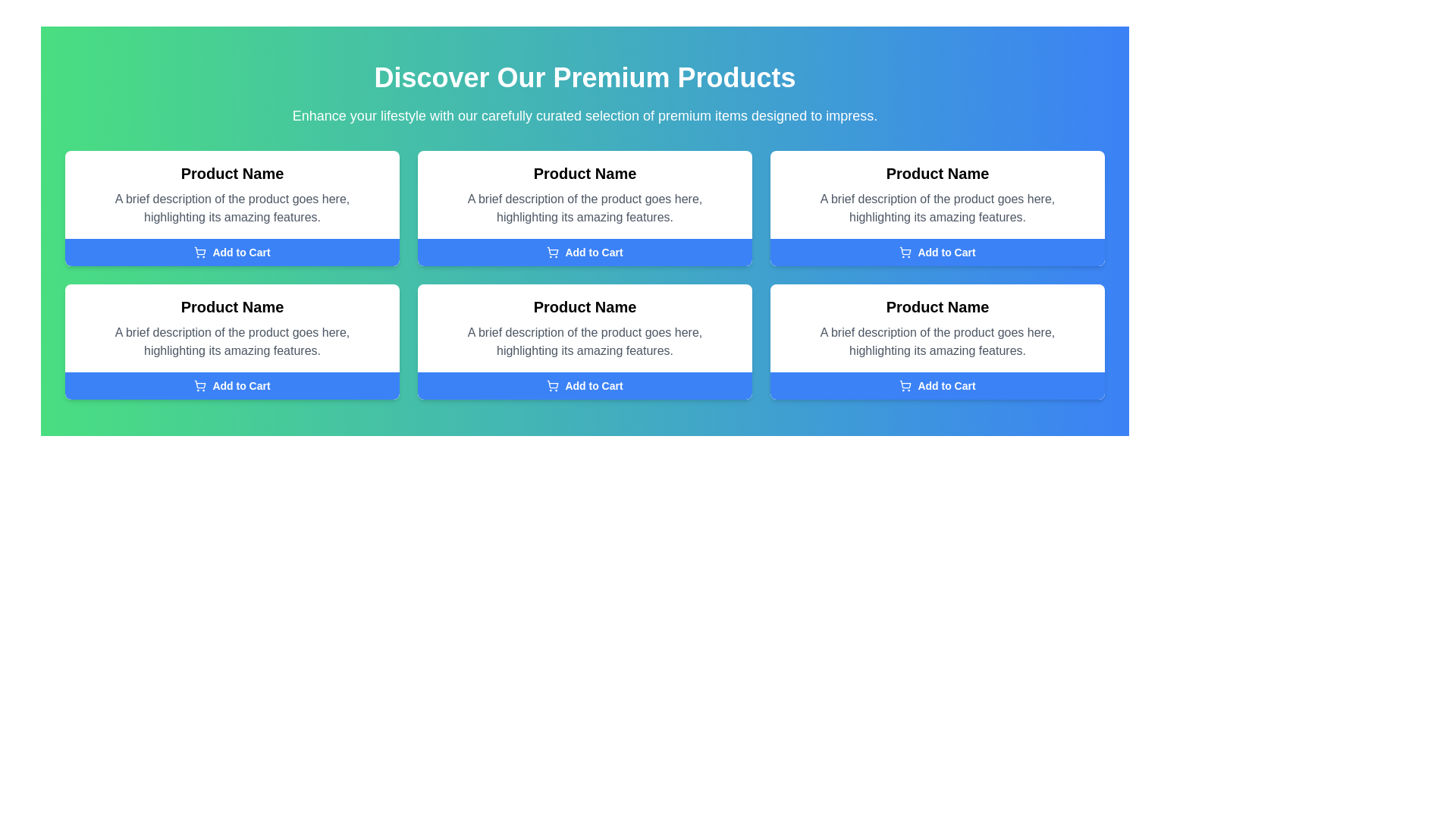 The image size is (1456, 819). Describe the element at coordinates (552, 385) in the screenshot. I see `the shopping cart icon located within a blue button area to the left of the 'Add to Cart' text on the product description card` at that location.